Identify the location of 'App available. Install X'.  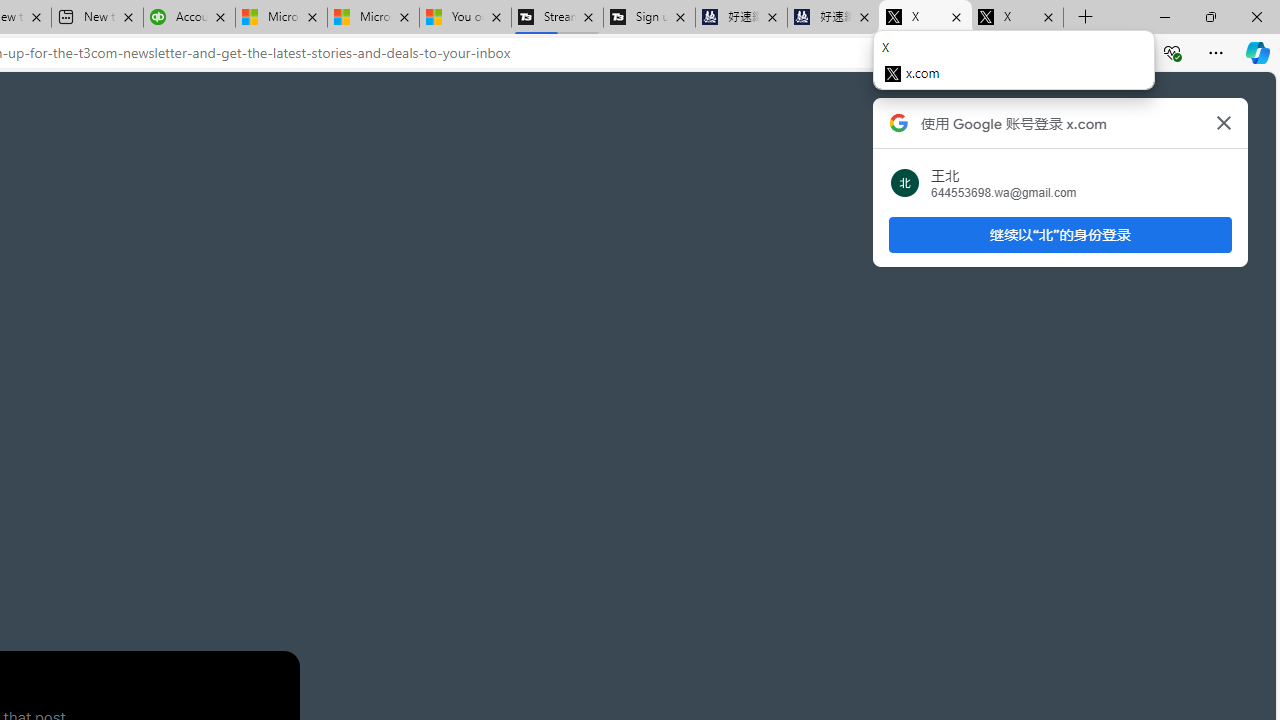
(909, 52).